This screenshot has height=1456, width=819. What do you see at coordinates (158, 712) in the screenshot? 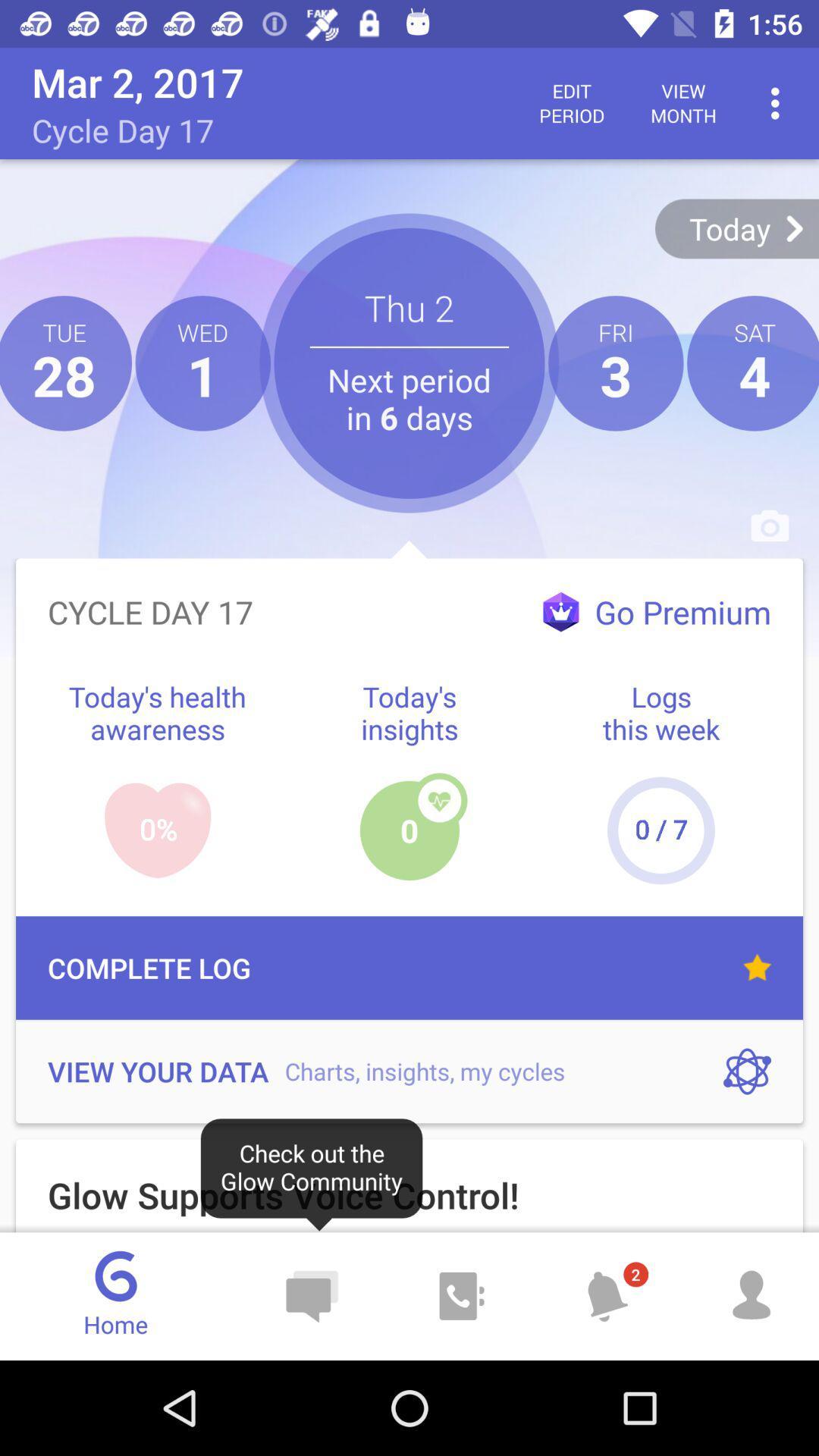
I see `blue text left to todays insights` at bounding box center [158, 712].